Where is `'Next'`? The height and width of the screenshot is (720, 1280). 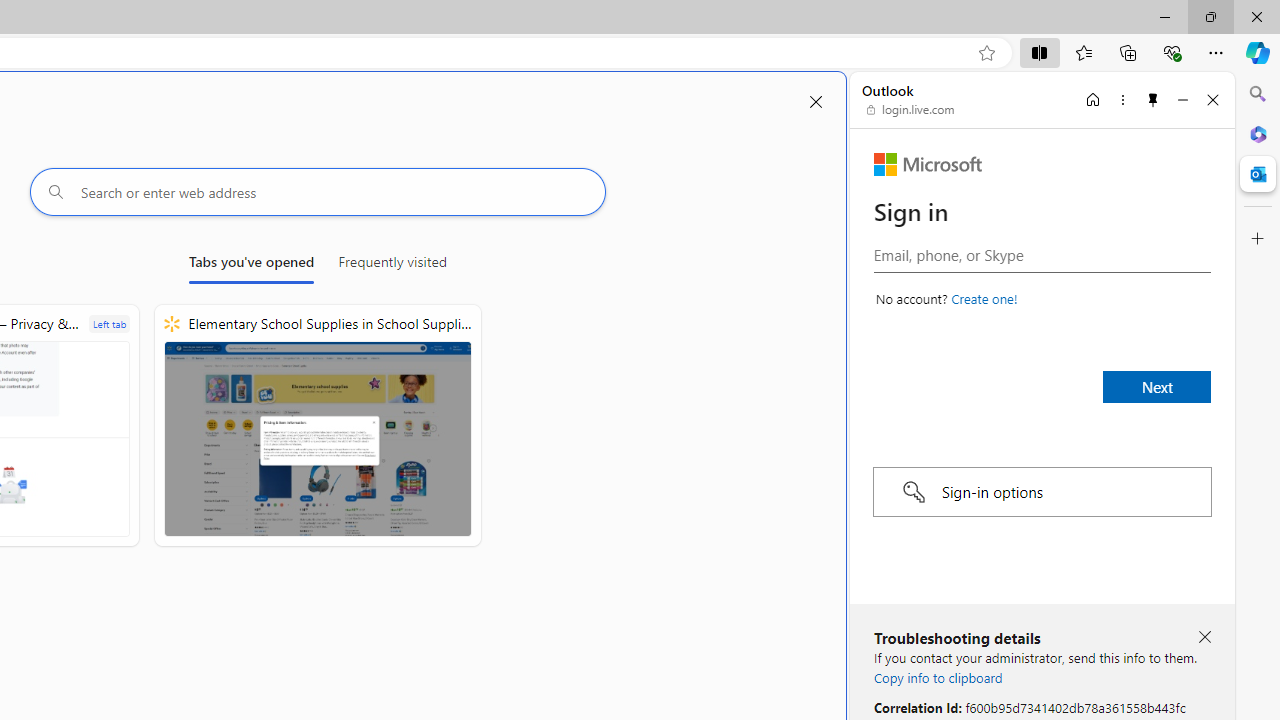
'Next' is located at coordinates (1157, 387).